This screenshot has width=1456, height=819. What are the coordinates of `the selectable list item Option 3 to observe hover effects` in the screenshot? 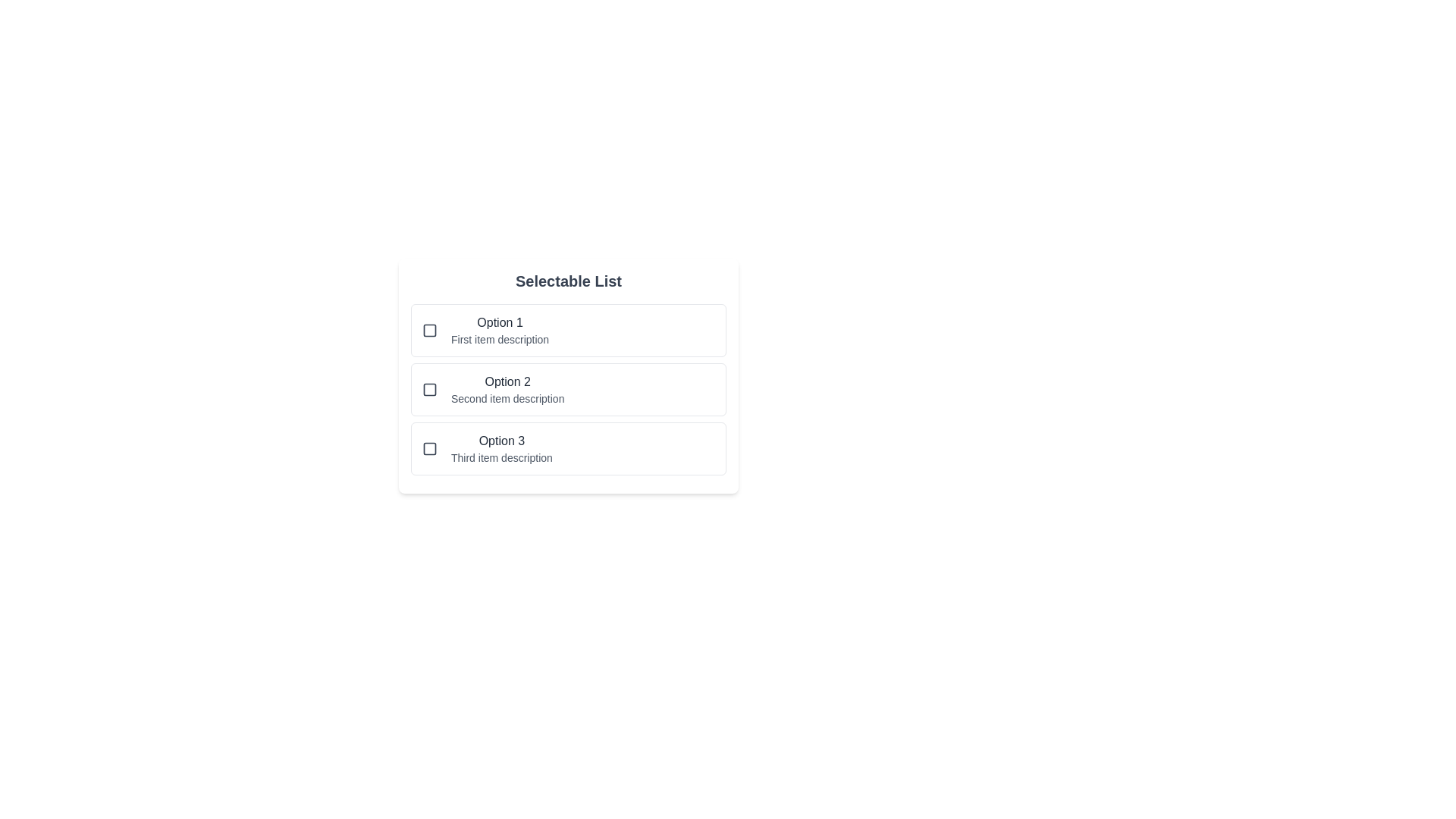 It's located at (567, 447).